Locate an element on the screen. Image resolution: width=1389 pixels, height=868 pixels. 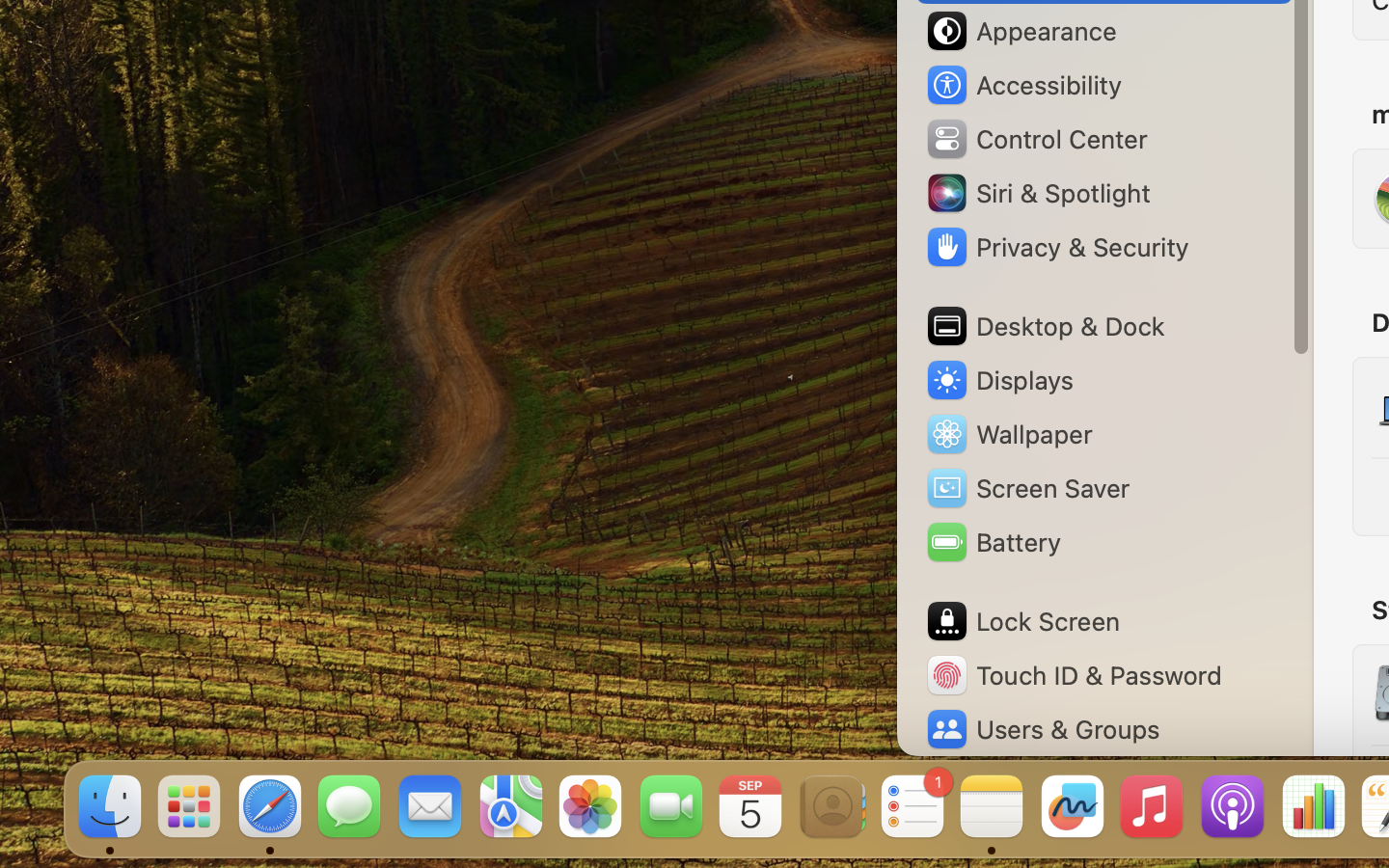
'Screen Saver' is located at coordinates (1027, 486).